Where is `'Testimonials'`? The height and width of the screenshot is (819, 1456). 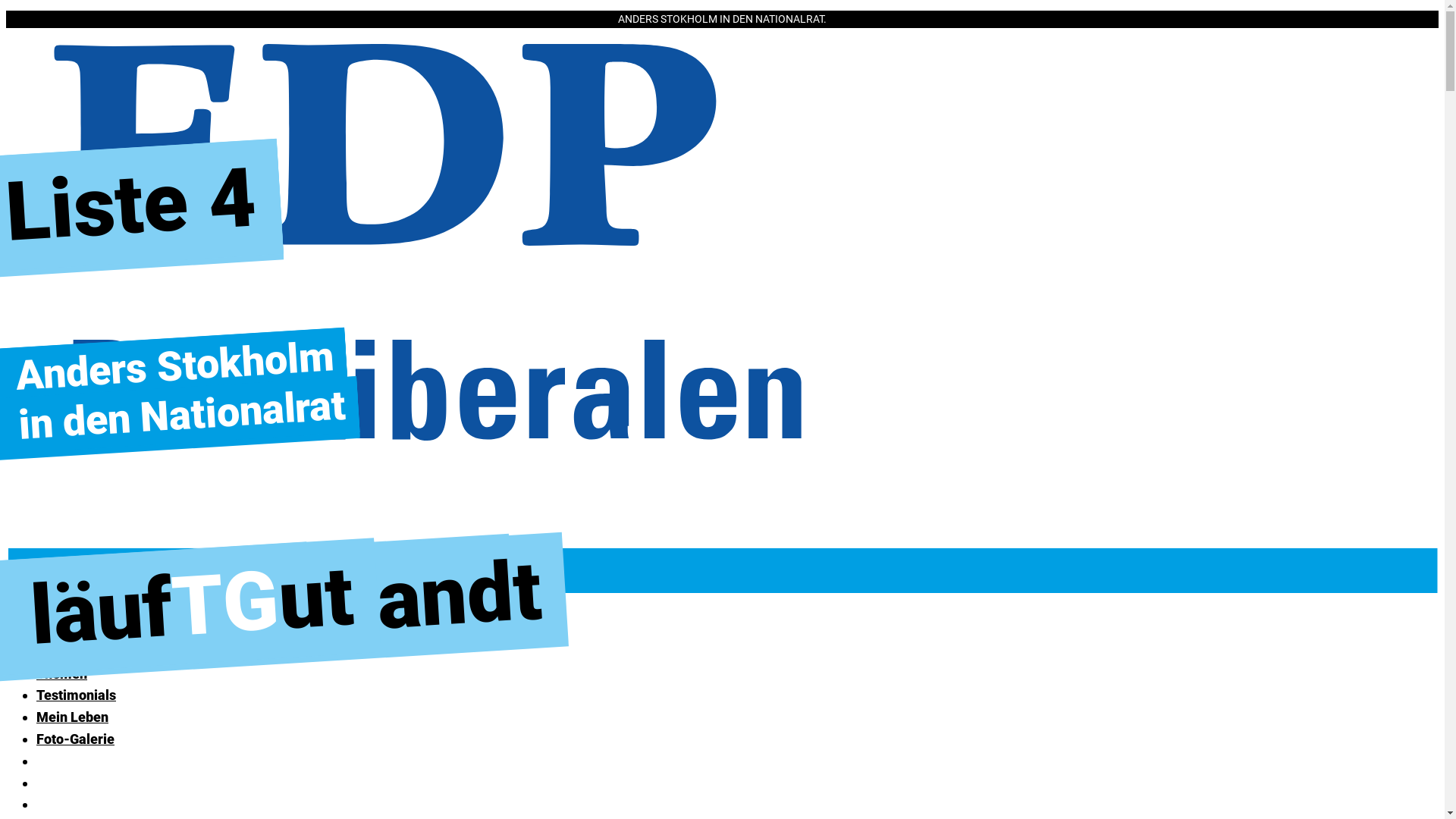
'Testimonials' is located at coordinates (75, 695).